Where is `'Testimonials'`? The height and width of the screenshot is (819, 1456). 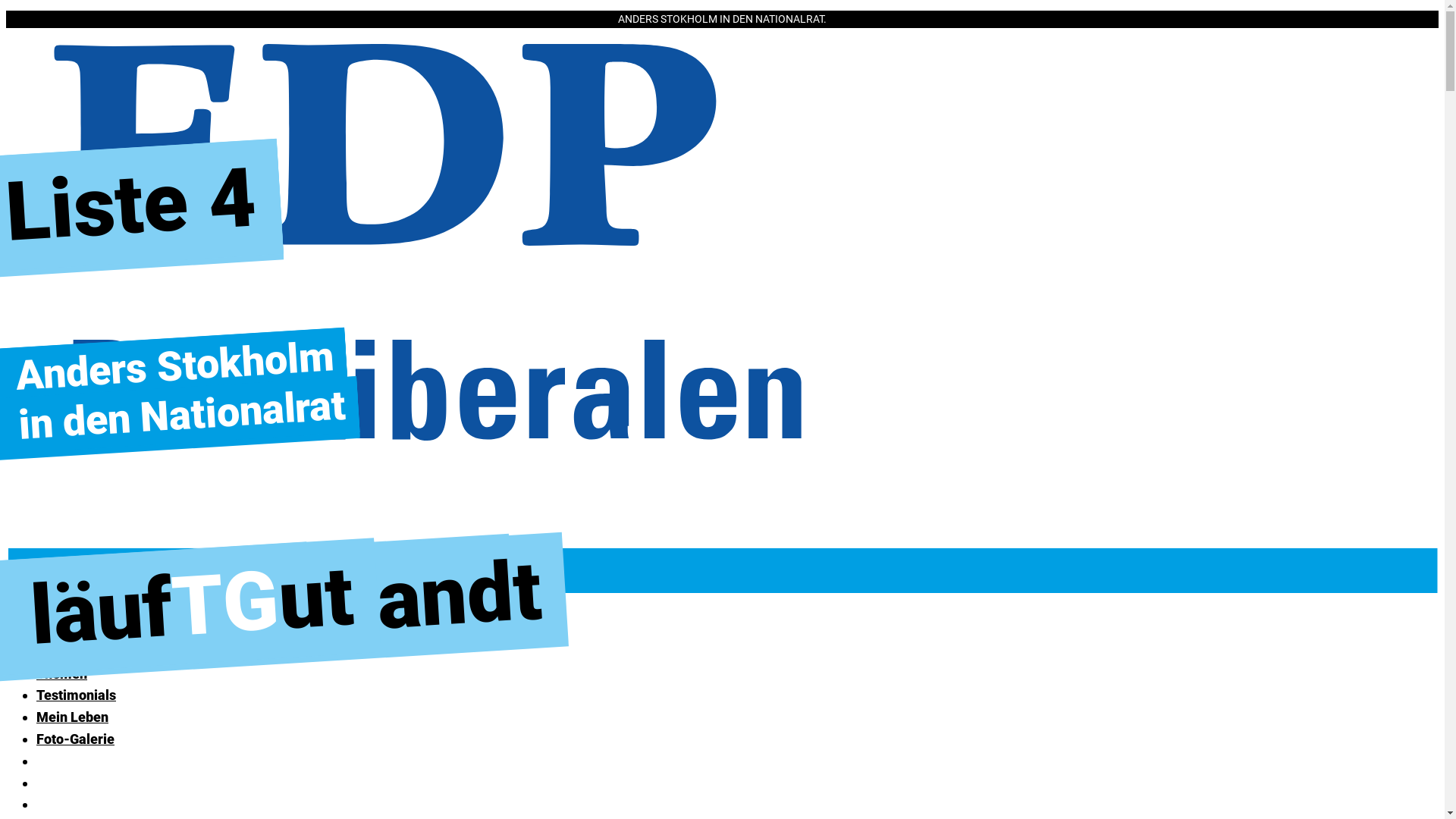
'Testimonials' is located at coordinates (75, 695).